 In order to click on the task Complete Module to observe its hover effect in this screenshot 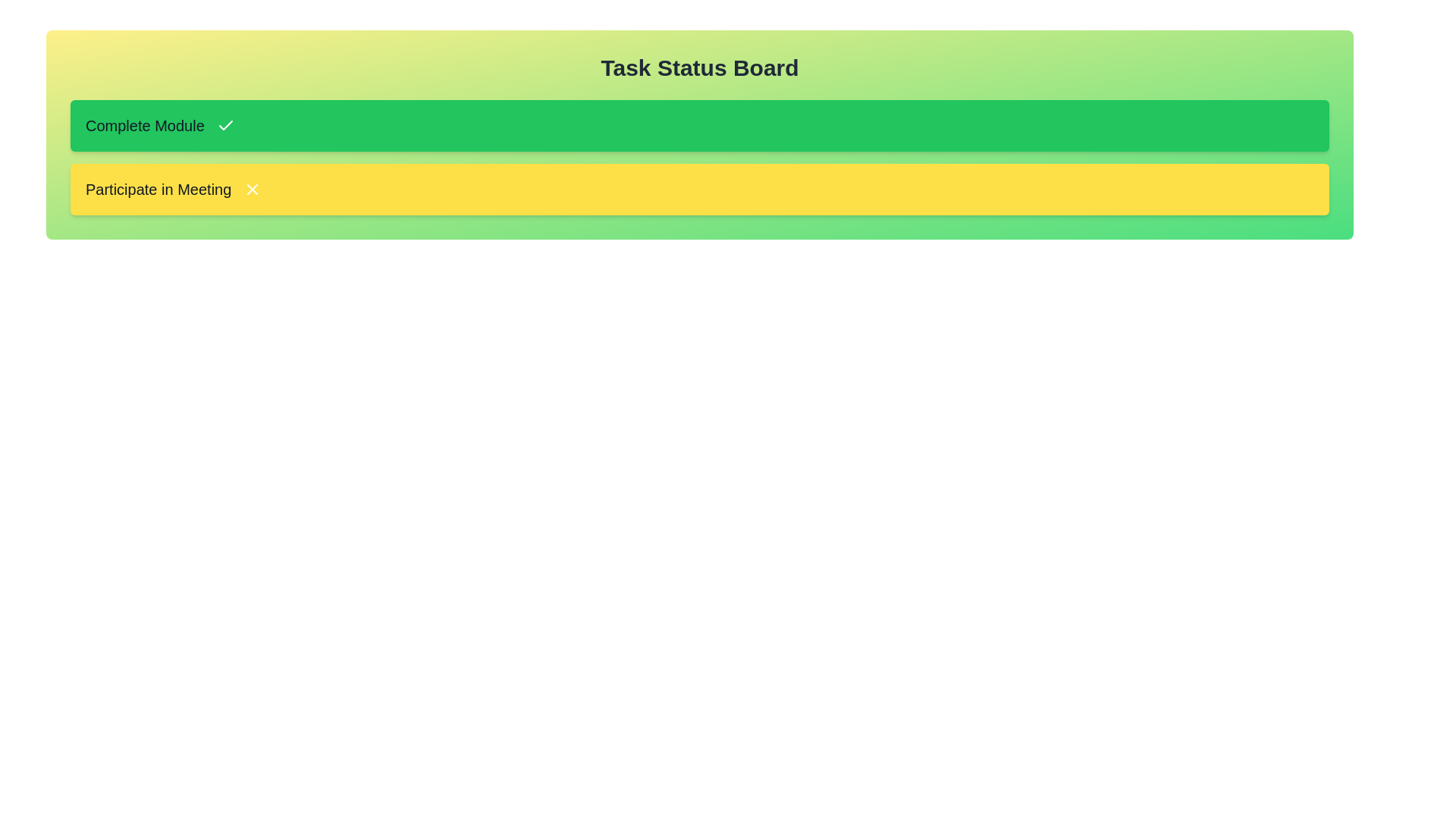, I will do `click(698, 124)`.